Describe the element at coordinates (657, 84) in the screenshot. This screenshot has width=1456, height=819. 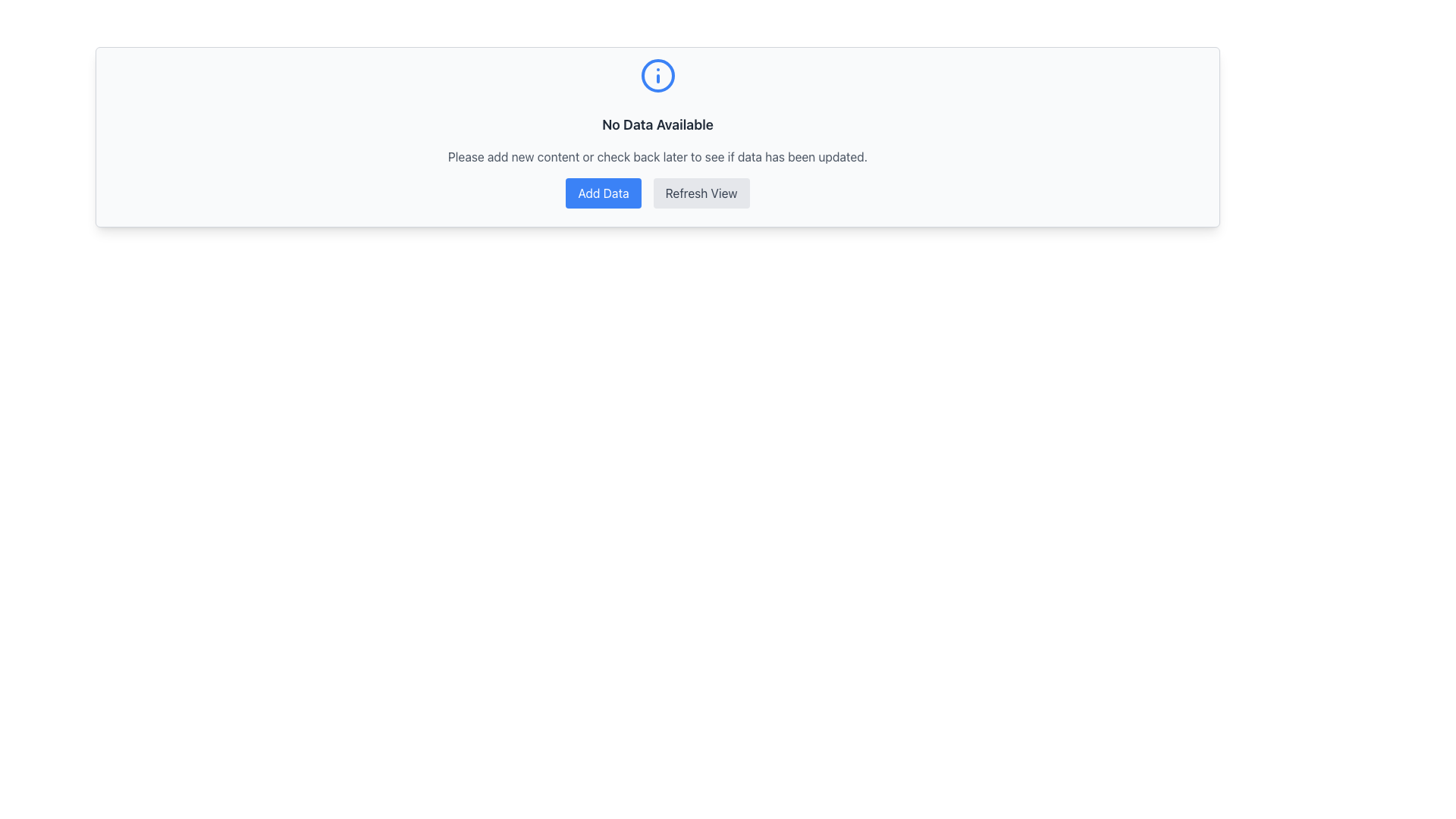
I see `the small circular blue-bordered icon with an 'i' symbol, which is located at the top-center of the panel above the 'No Data Available' heading` at that location.